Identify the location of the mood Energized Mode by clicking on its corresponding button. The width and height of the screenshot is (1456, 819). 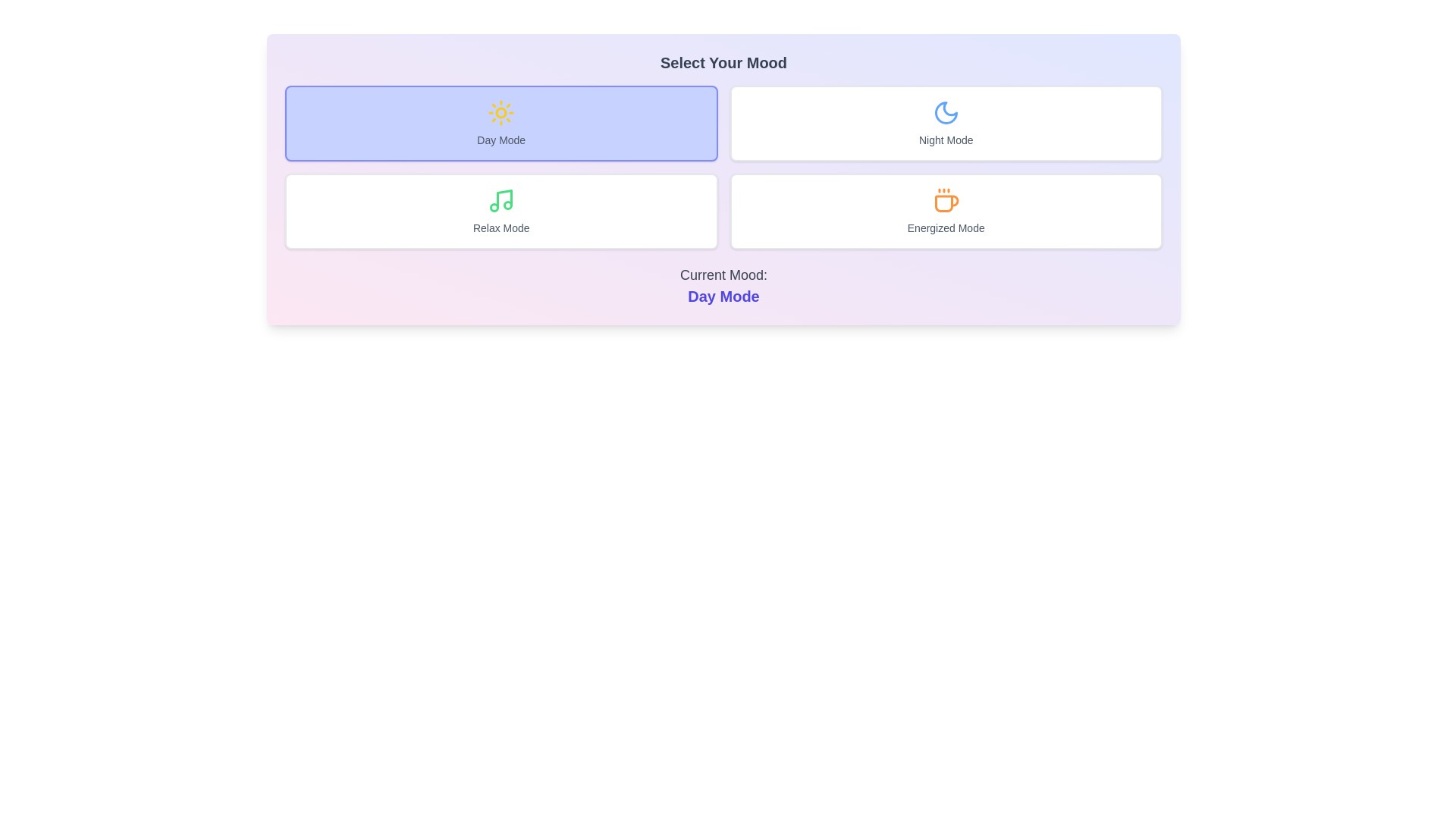
(945, 211).